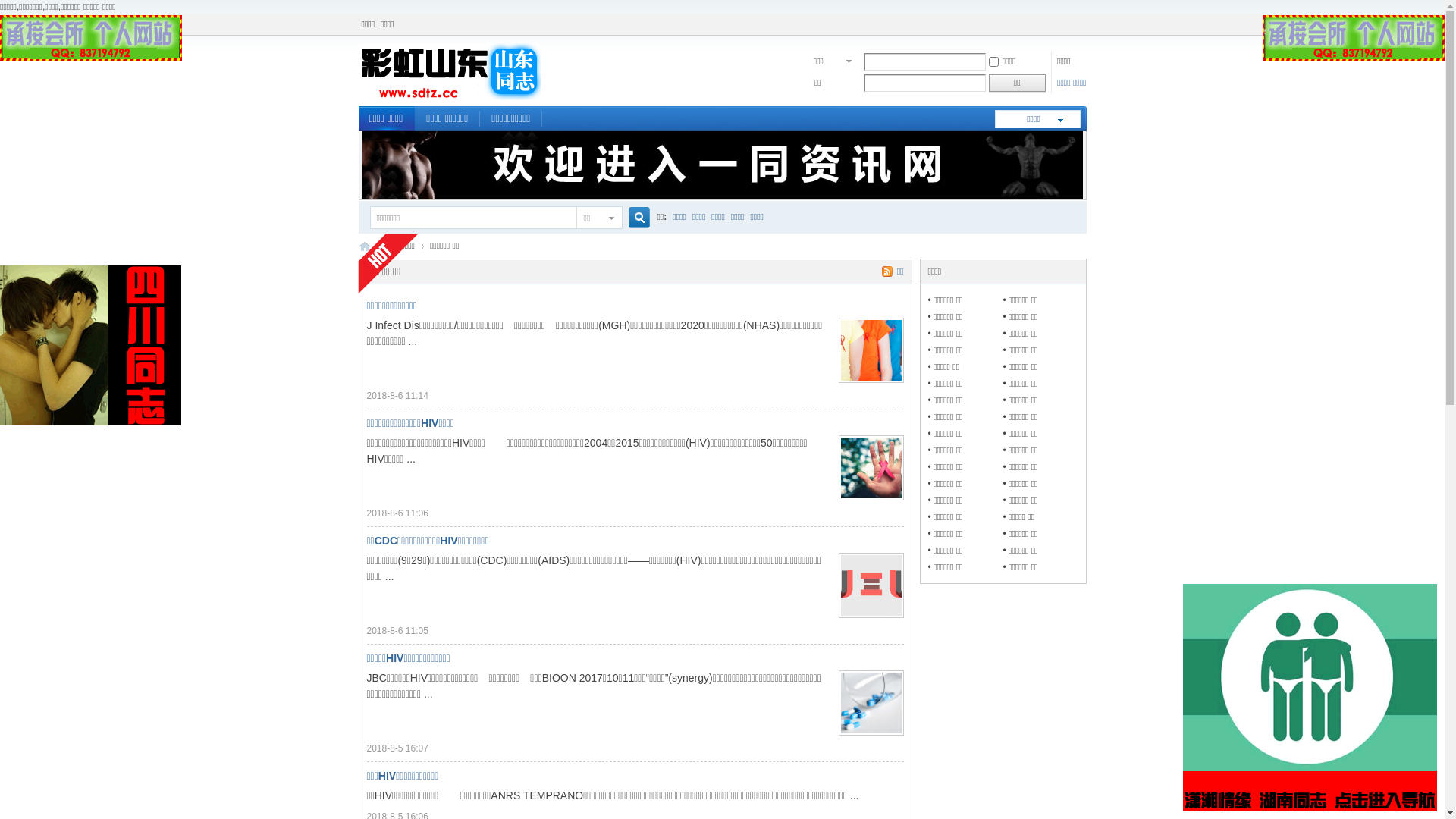 This screenshot has height=819, width=1456. Describe the element at coordinates (622, 218) in the screenshot. I see `'true'` at that location.